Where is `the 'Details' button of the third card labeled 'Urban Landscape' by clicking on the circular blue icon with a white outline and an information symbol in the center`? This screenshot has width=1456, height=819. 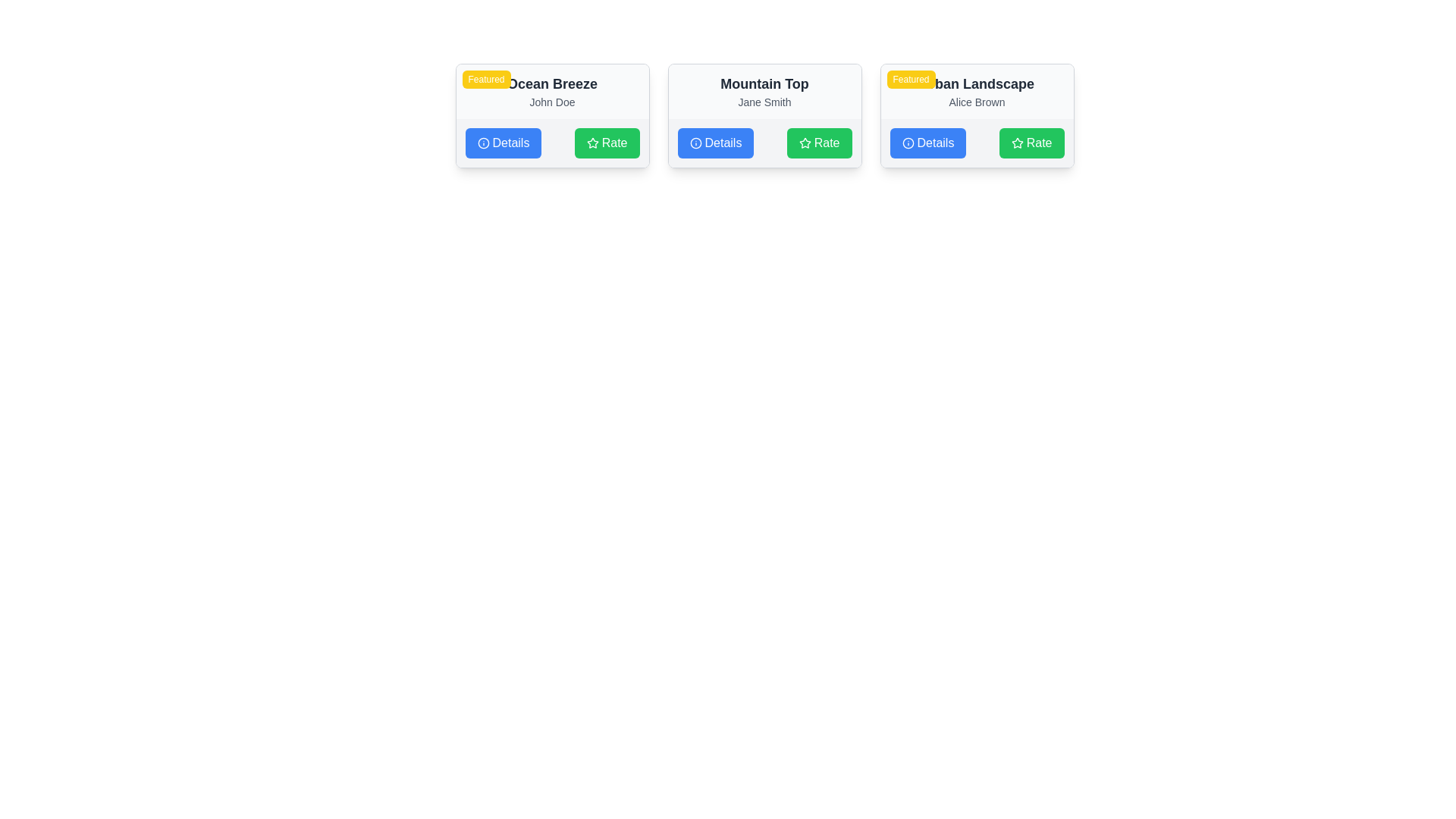 the 'Details' button of the third card labeled 'Urban Landscape' by clicking on the circular blue icon with a white outline and an information symbol in the center is located at coordinates (908, 143).